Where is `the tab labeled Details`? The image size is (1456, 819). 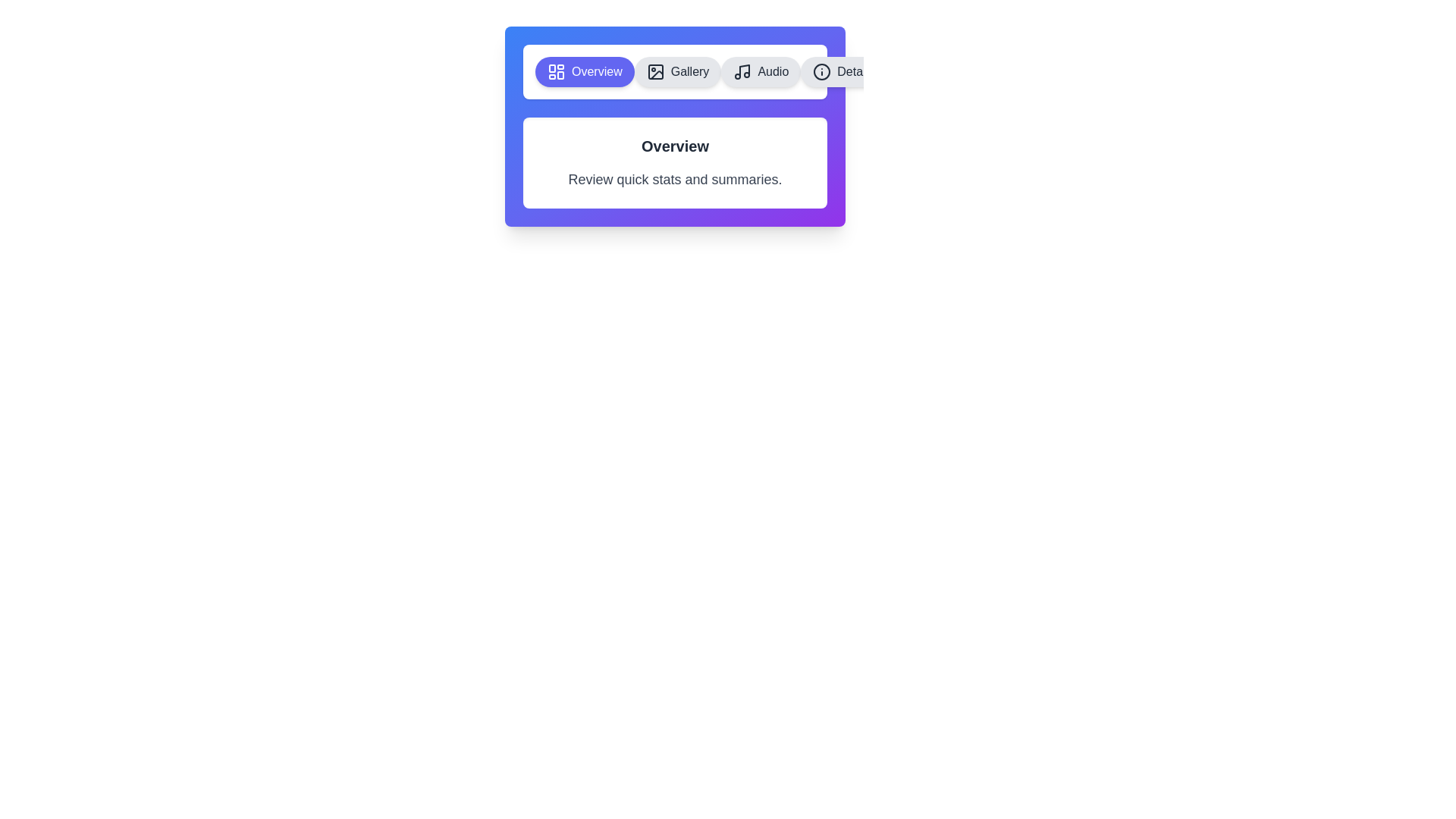 the tab labeled Details is located at coordinates (843, 72).